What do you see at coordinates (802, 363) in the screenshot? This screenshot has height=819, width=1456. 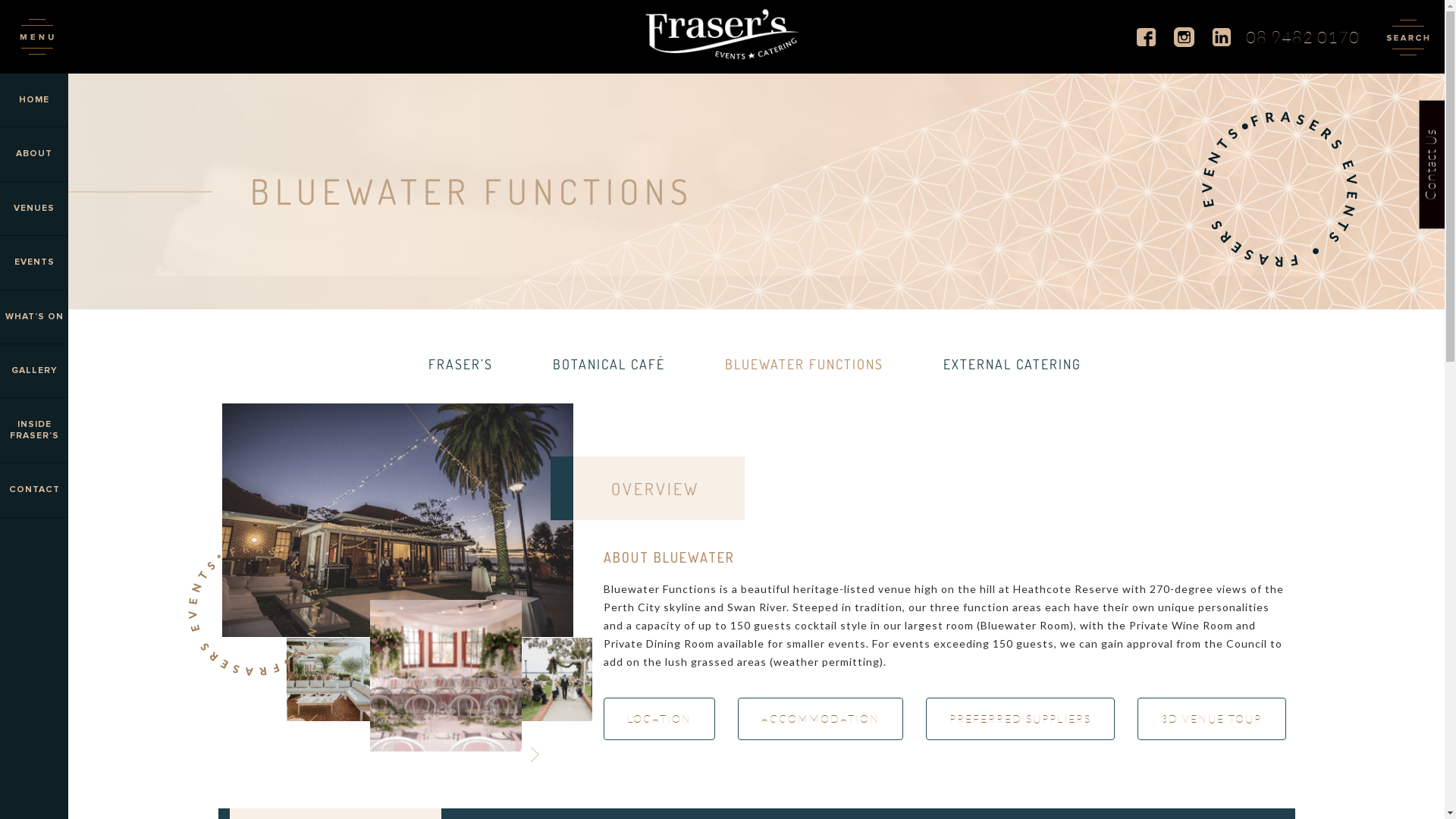 I see `'BLUEWATER FUNCTIONS'` at bounding box center [802, 363].